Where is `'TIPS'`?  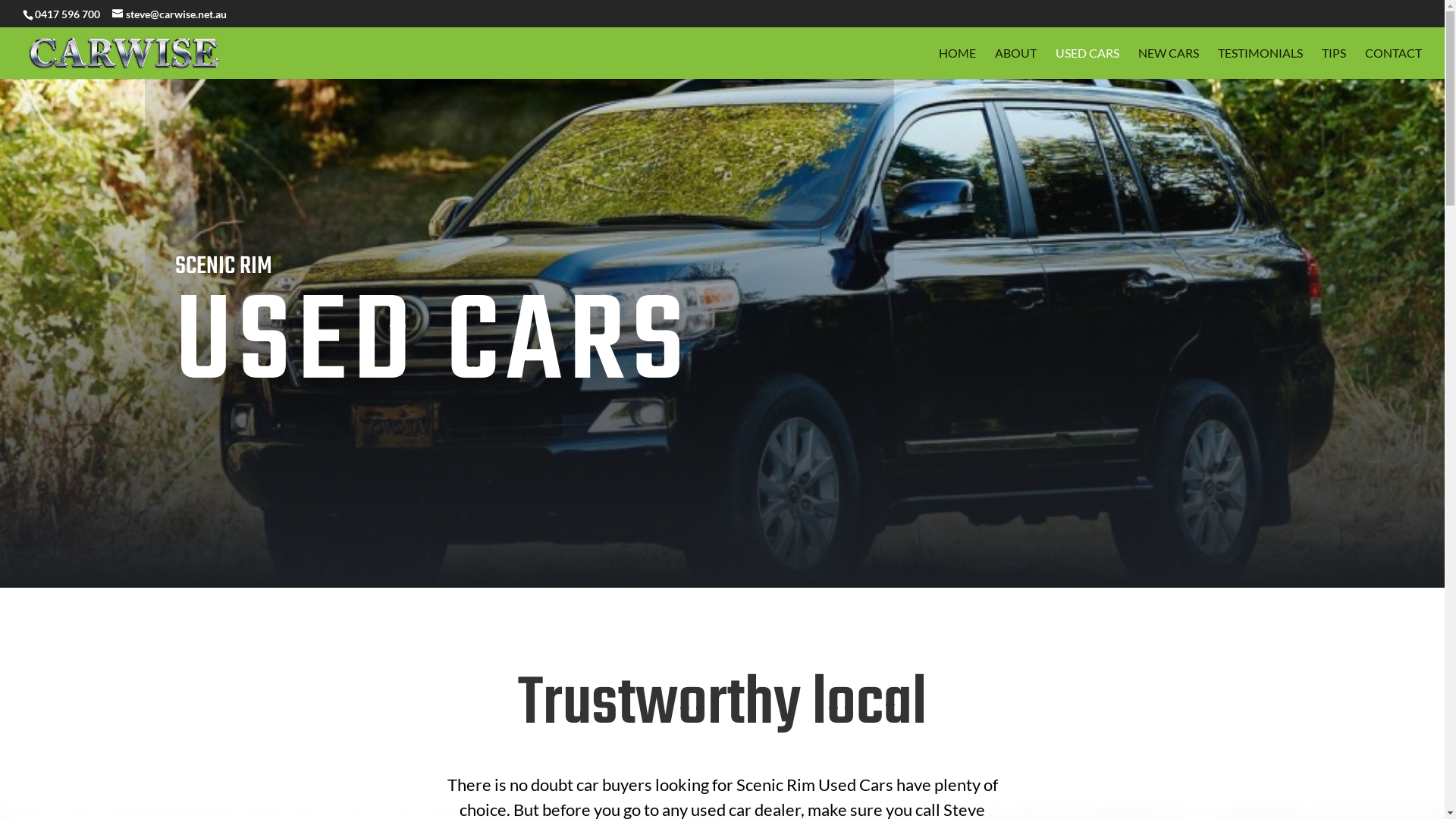 'TIPS' is located at coordinates (1332, 62).